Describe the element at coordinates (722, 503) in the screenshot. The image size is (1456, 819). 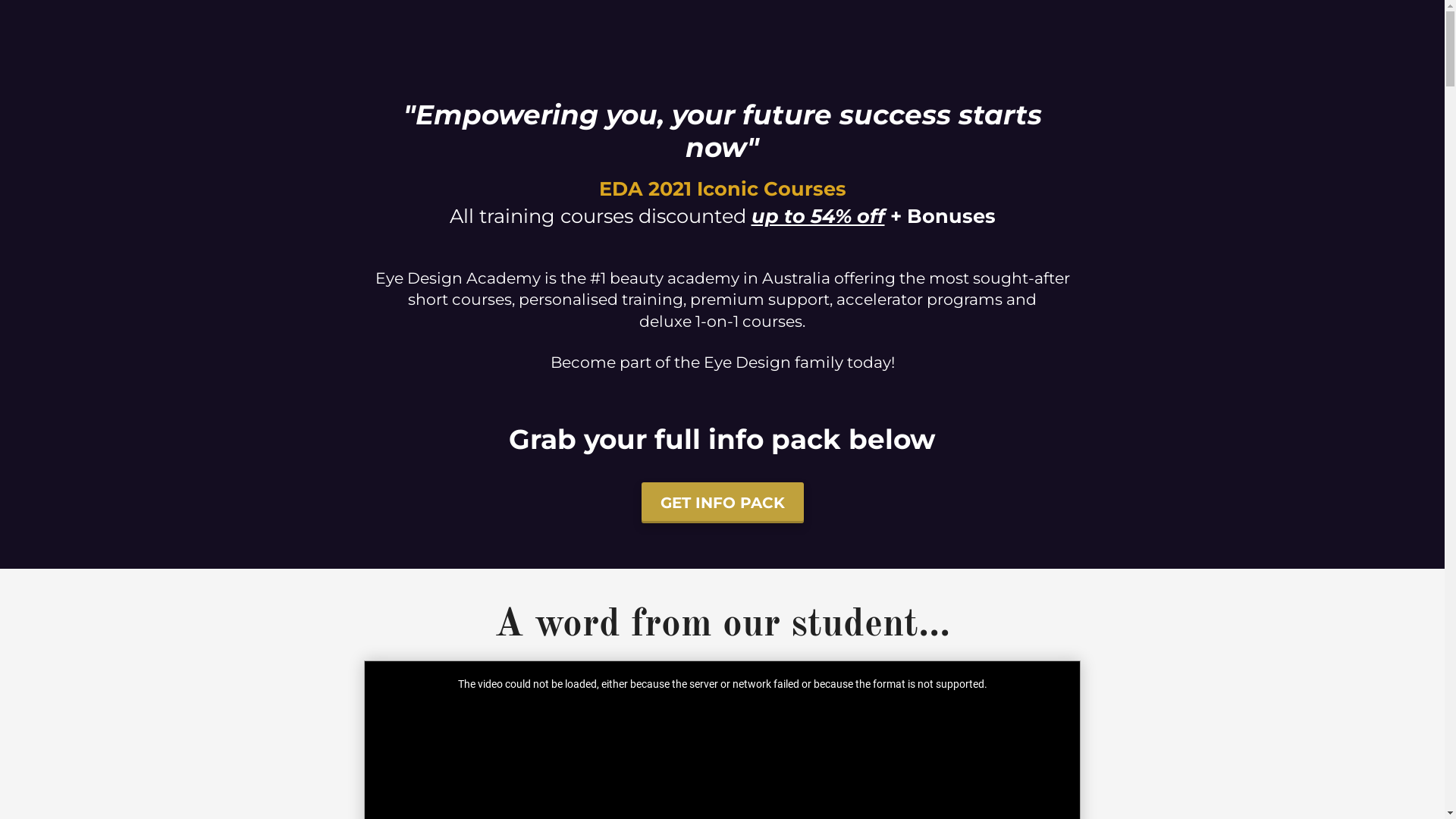
I see `'GET INFO PACK'` at that location.